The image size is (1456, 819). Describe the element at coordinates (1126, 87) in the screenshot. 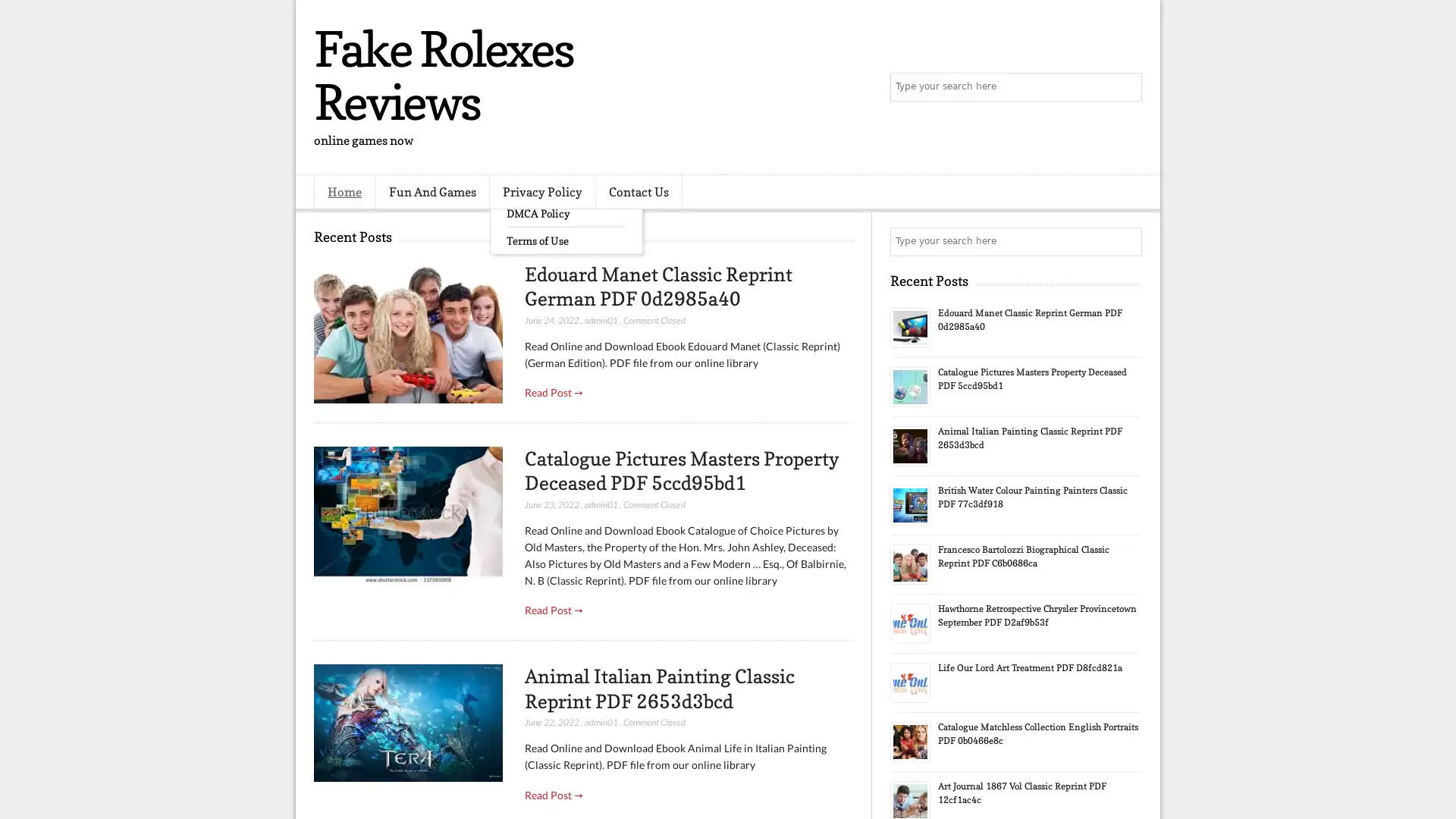

I see `Search` at that location.